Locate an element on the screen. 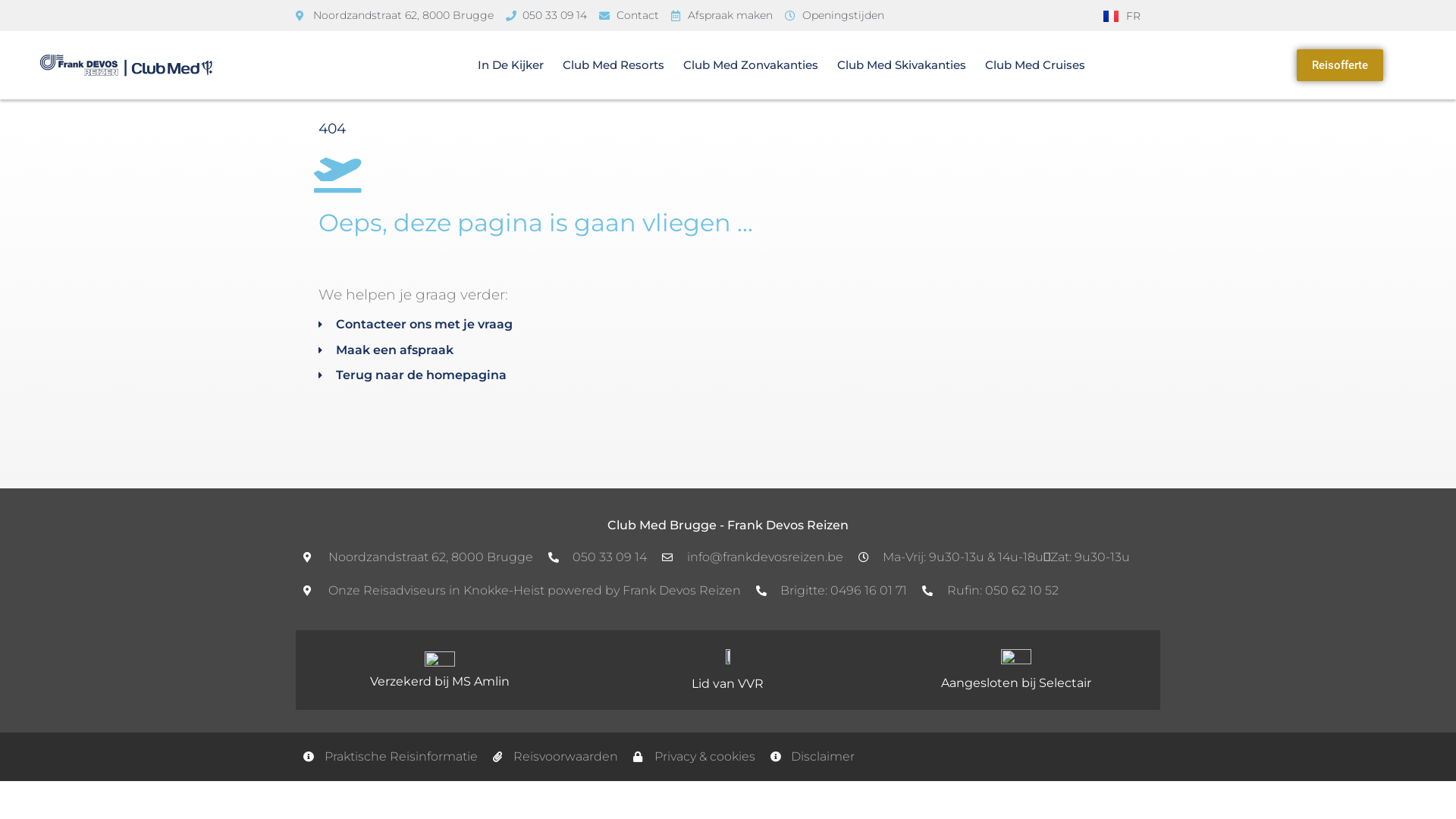 This screenshot has height=819, width=1456. 'Club Med Skivakanties' is located at coordinates (836, 64).